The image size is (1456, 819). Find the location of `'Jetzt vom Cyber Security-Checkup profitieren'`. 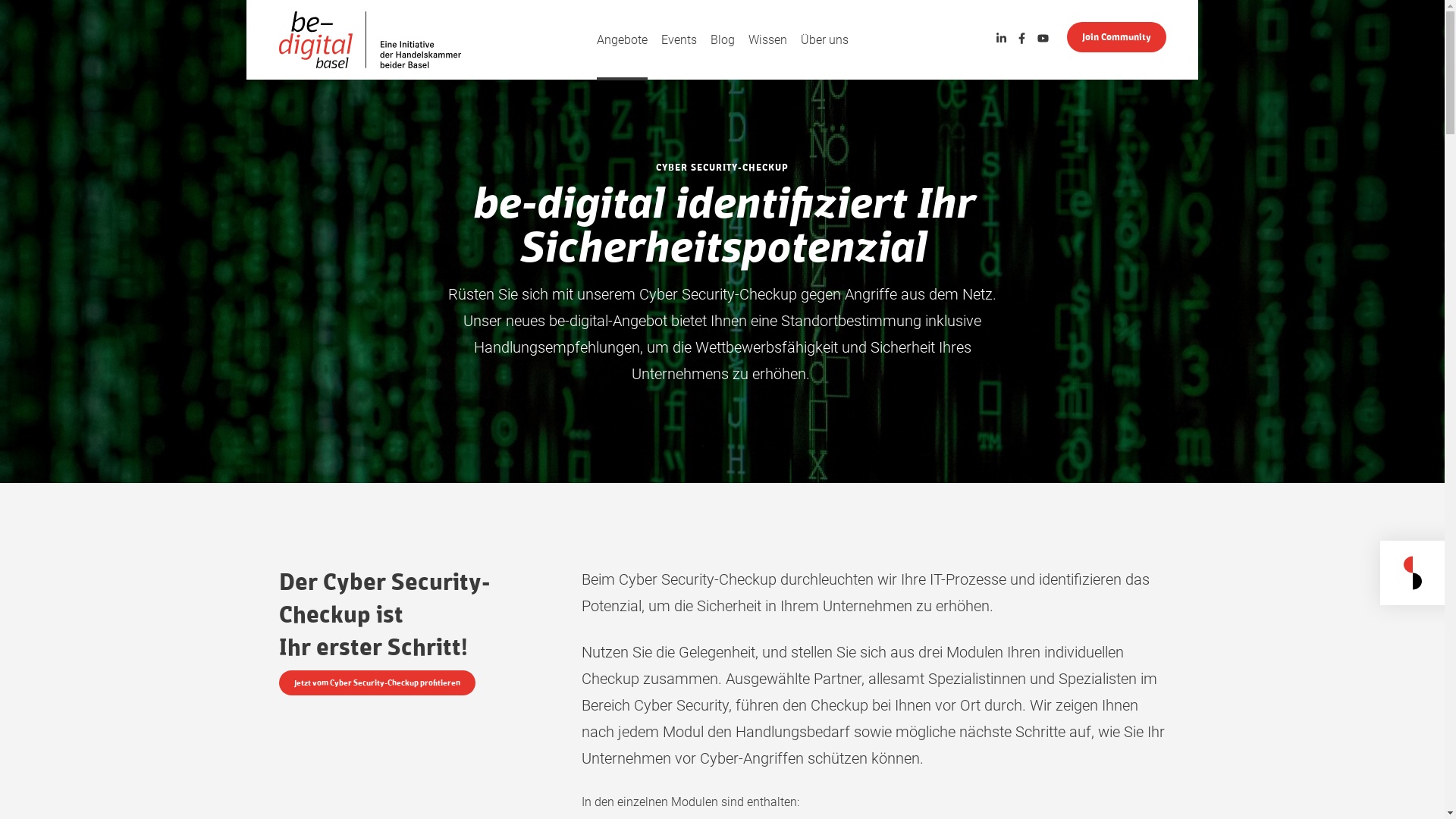

'Jetzt vom Cyber Security-Checkup profitieren' is located at coordinates (377, 682).